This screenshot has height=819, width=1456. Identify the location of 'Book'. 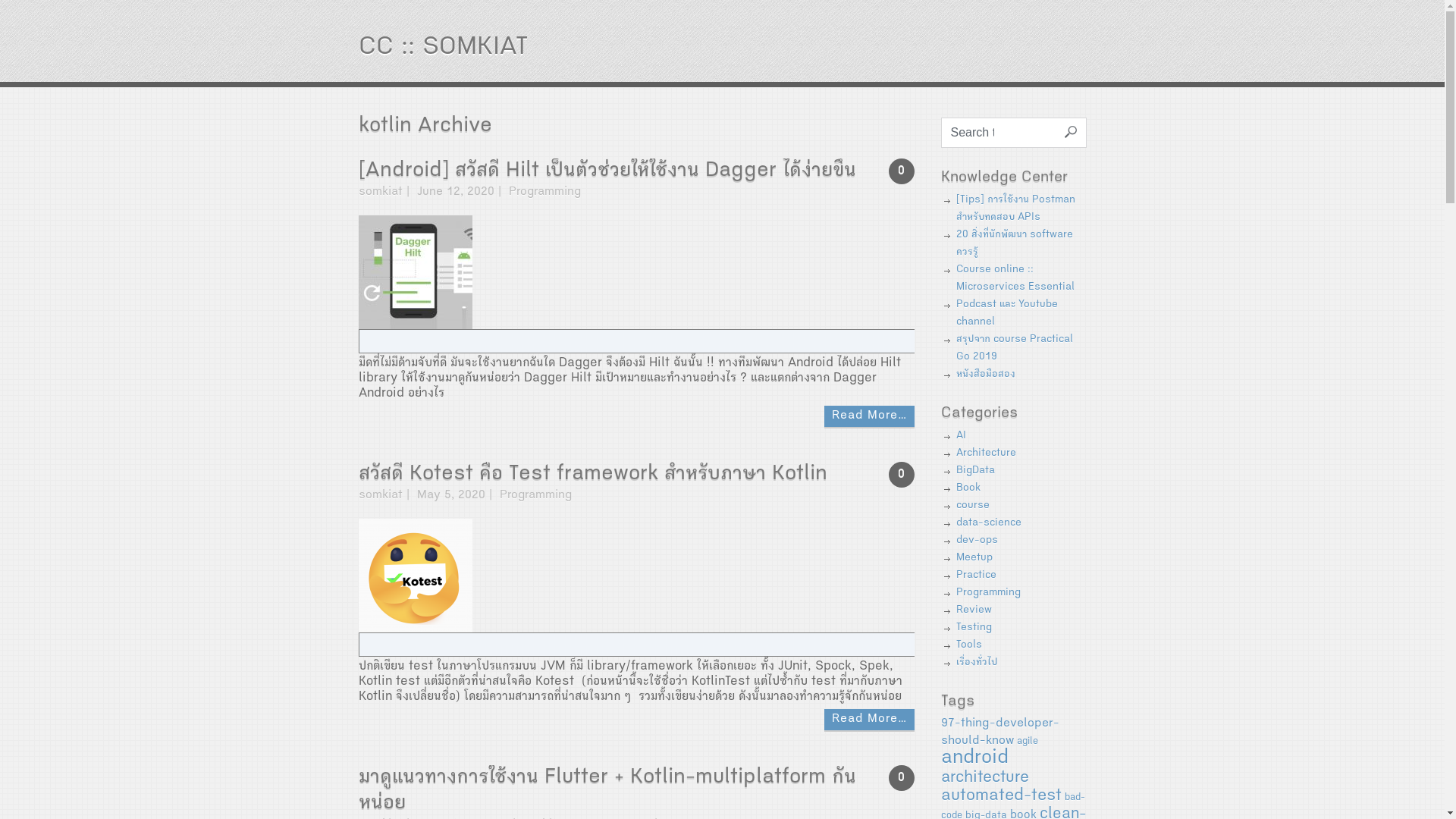
(967, 488).